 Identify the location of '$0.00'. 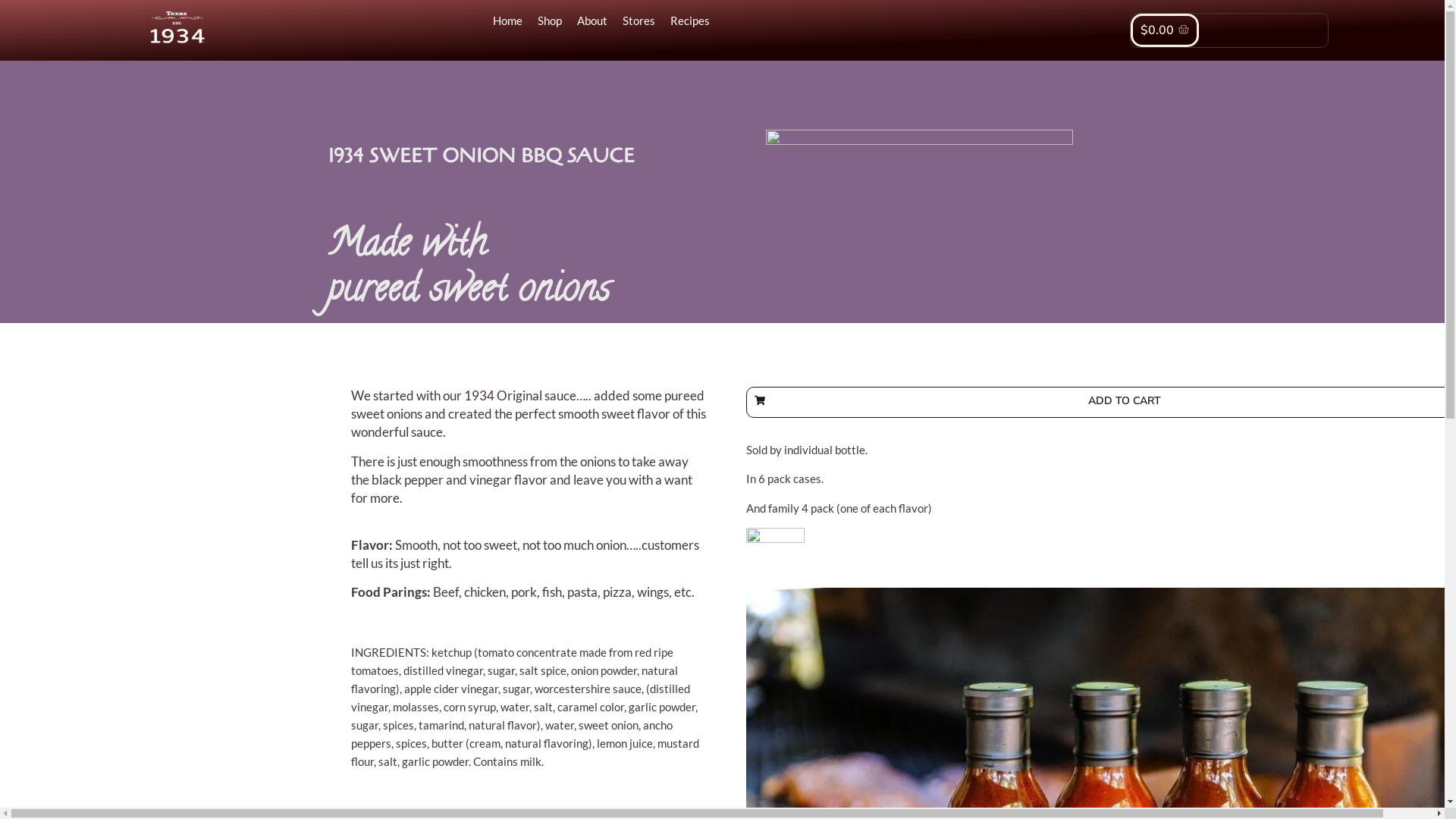
(1164, 30).